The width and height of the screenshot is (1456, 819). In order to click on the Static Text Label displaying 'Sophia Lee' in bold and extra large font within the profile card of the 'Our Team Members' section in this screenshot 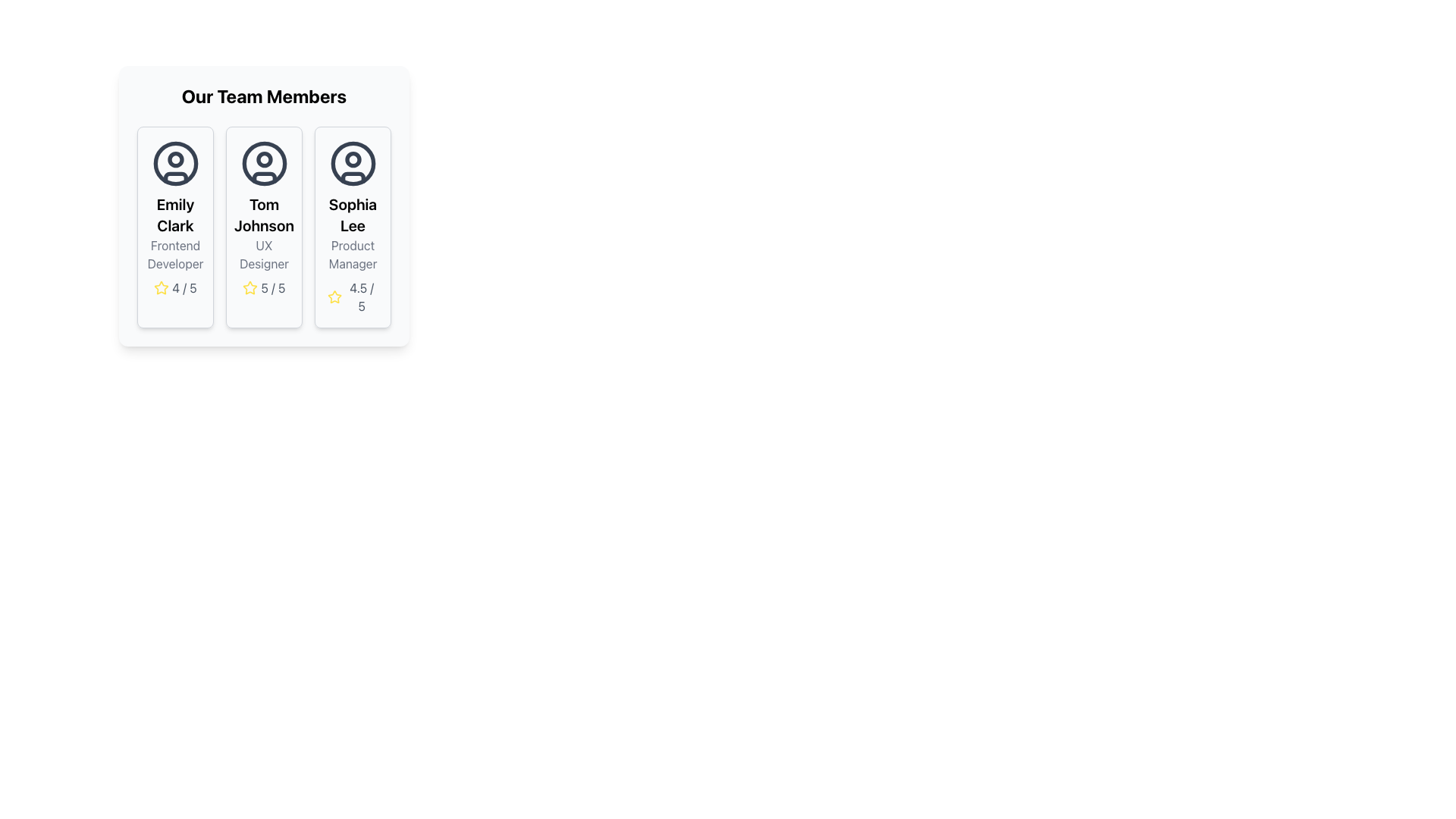, I will do `click(352, 215)`.